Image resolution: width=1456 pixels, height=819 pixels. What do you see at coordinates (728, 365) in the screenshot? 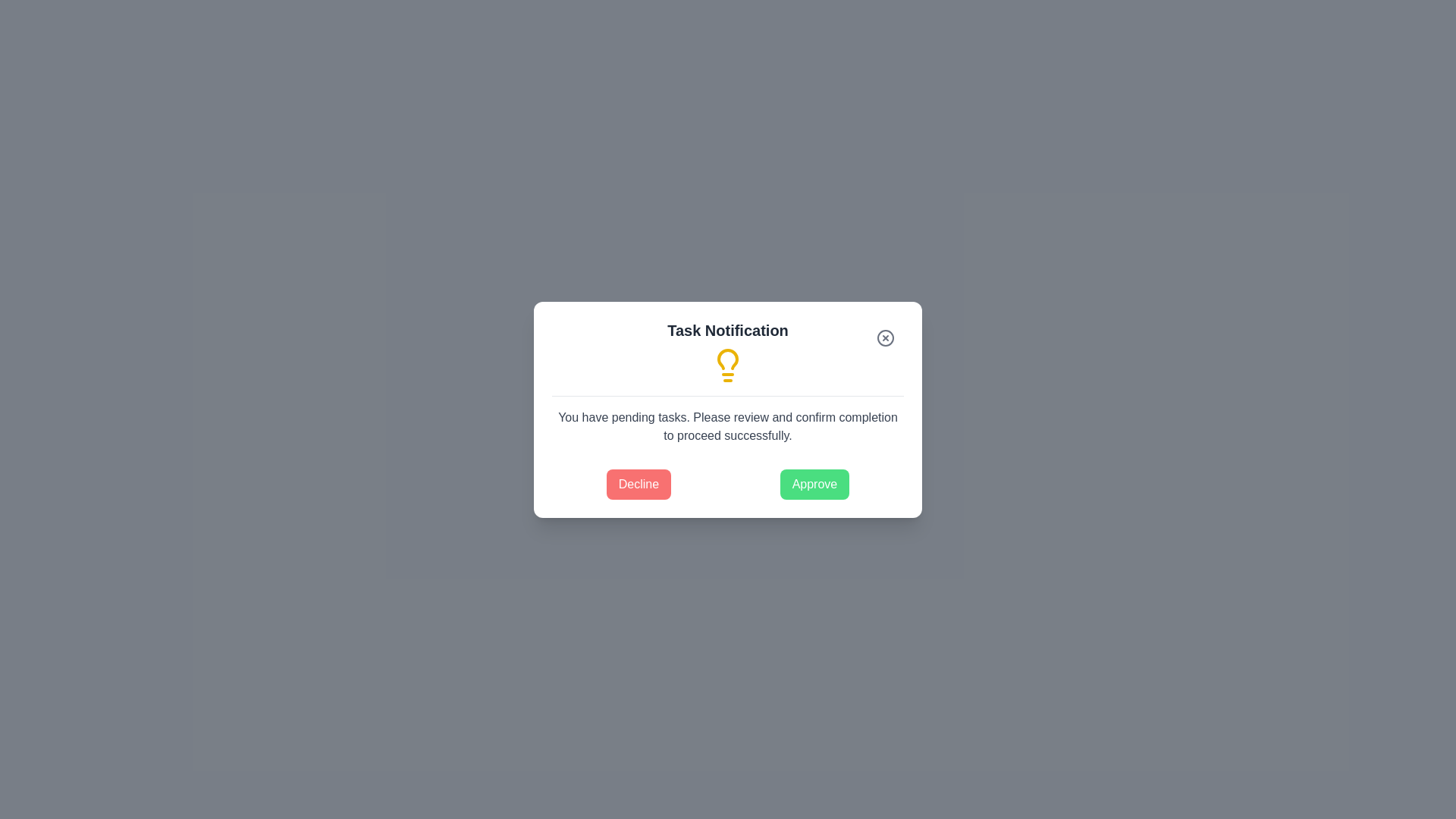
I see `the notification icon by moving the cursor to its center` at bounding box center [728, 365].